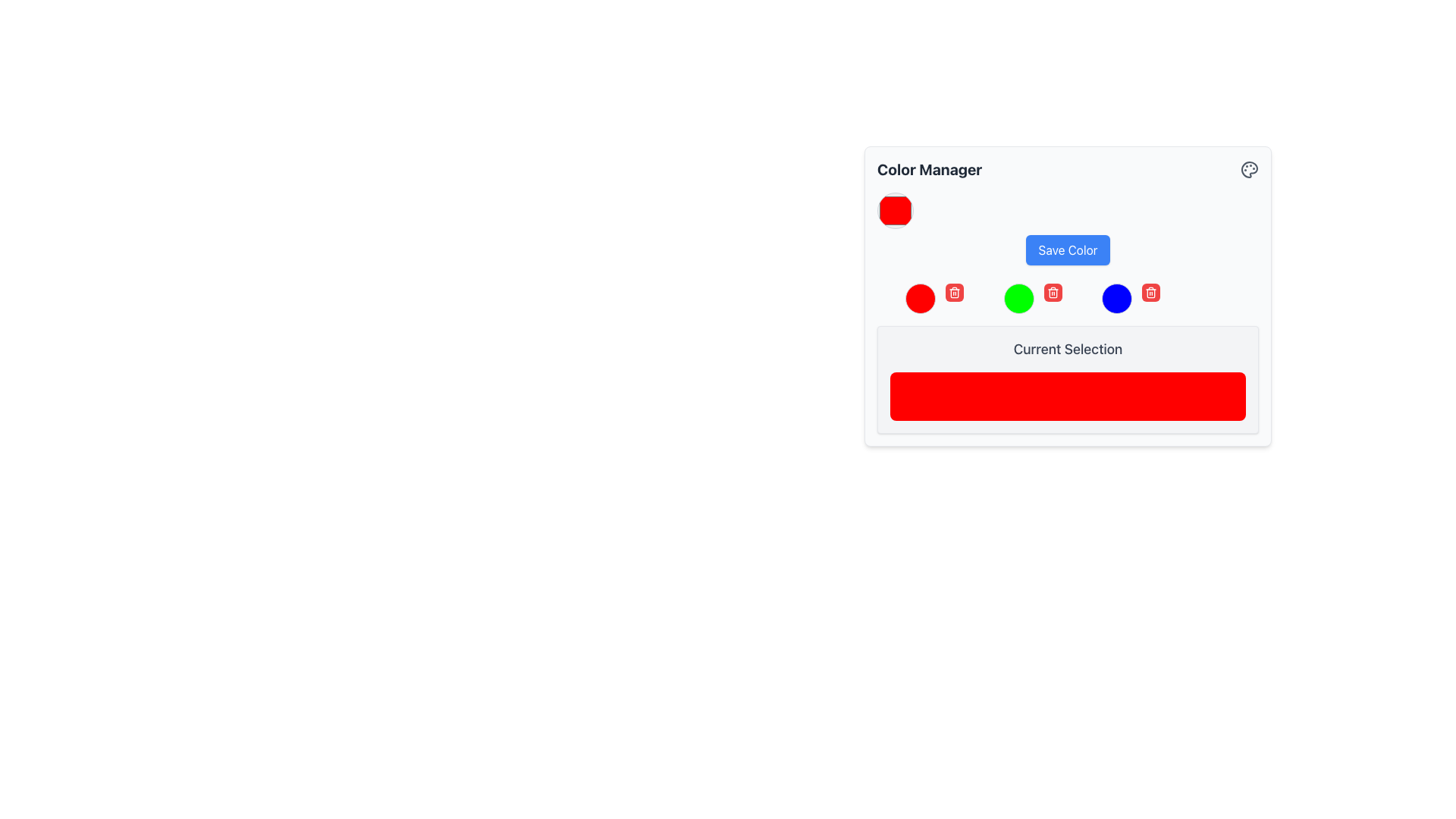 The width and height of the screenshot is (1456, 819). I want to click on the blue circular color indicator with a gray outline, which is the fourth item in the horizontal arrangement of circular elements in the color picker section, so click(1117, 298).